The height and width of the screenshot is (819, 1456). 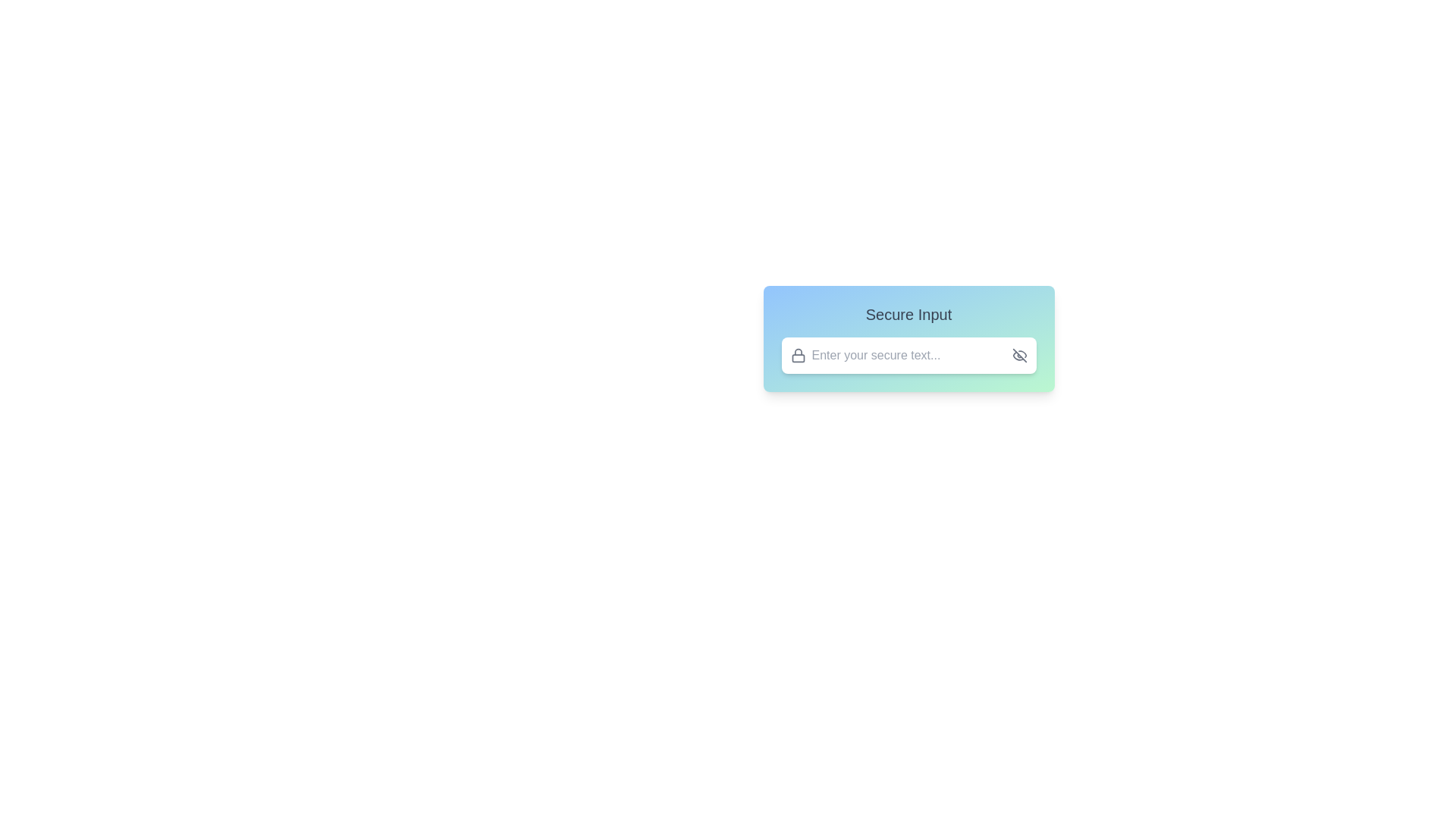 What do you see at coordinates (908, 314) in the screenshot?
I see `text from the 'Secure Input' label, which is styled in large, bold font and located centrally above the input field` at bounding box center [908, 314].